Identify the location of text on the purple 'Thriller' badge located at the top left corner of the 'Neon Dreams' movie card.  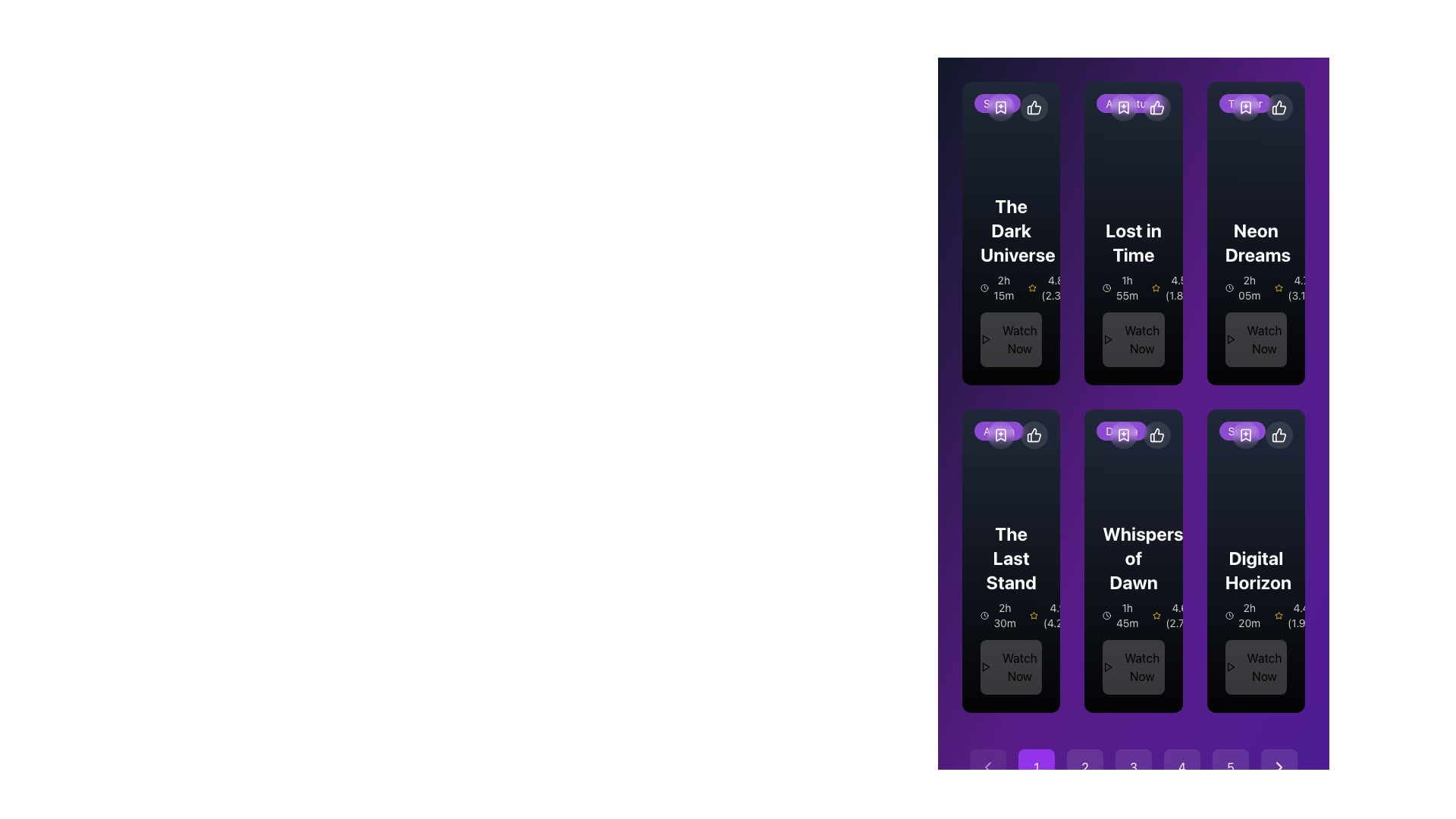
(1245, 102).